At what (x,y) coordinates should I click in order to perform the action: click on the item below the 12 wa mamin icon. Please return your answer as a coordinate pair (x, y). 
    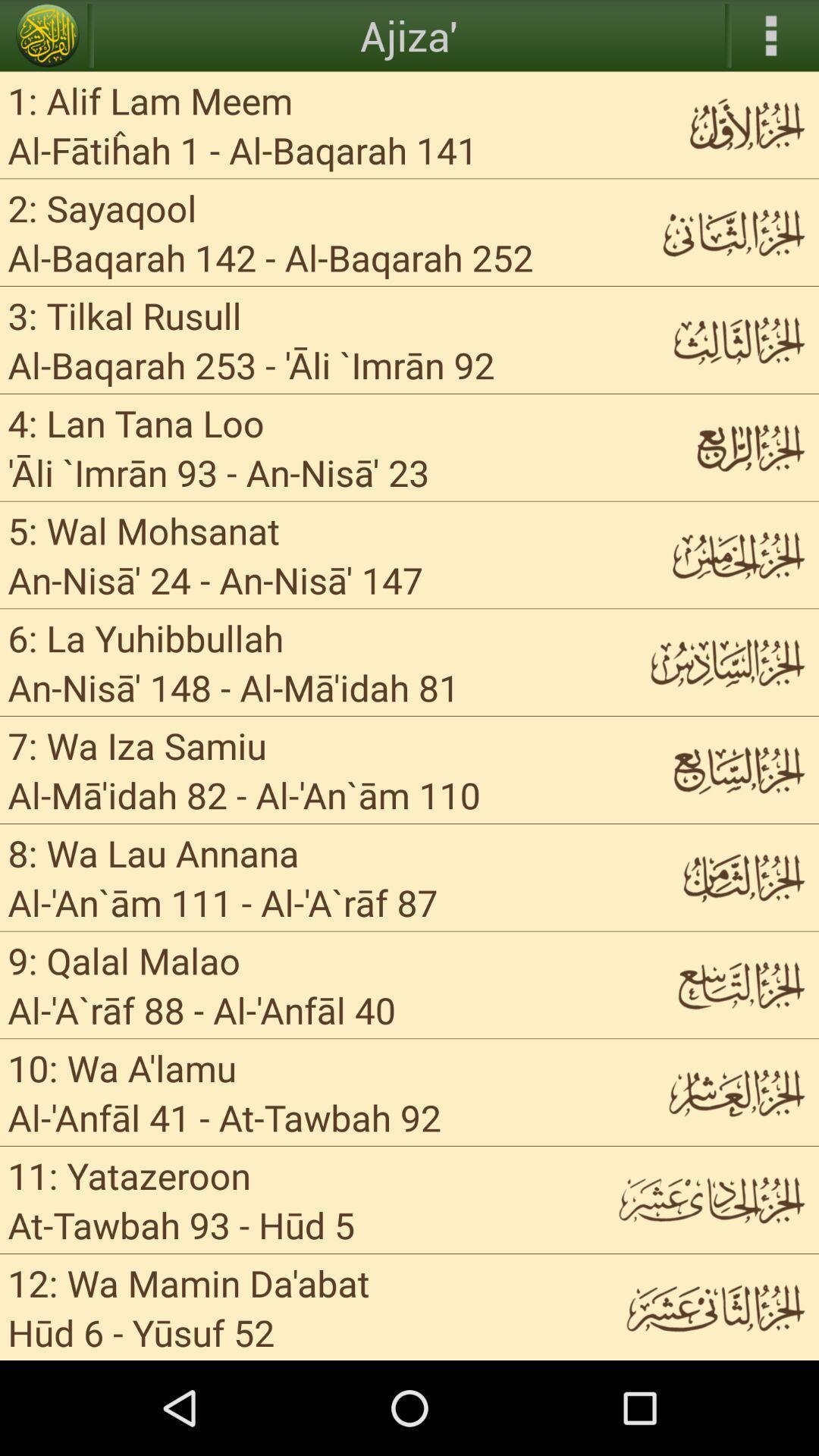
    Looking at the image, I should click on (287, 1331).